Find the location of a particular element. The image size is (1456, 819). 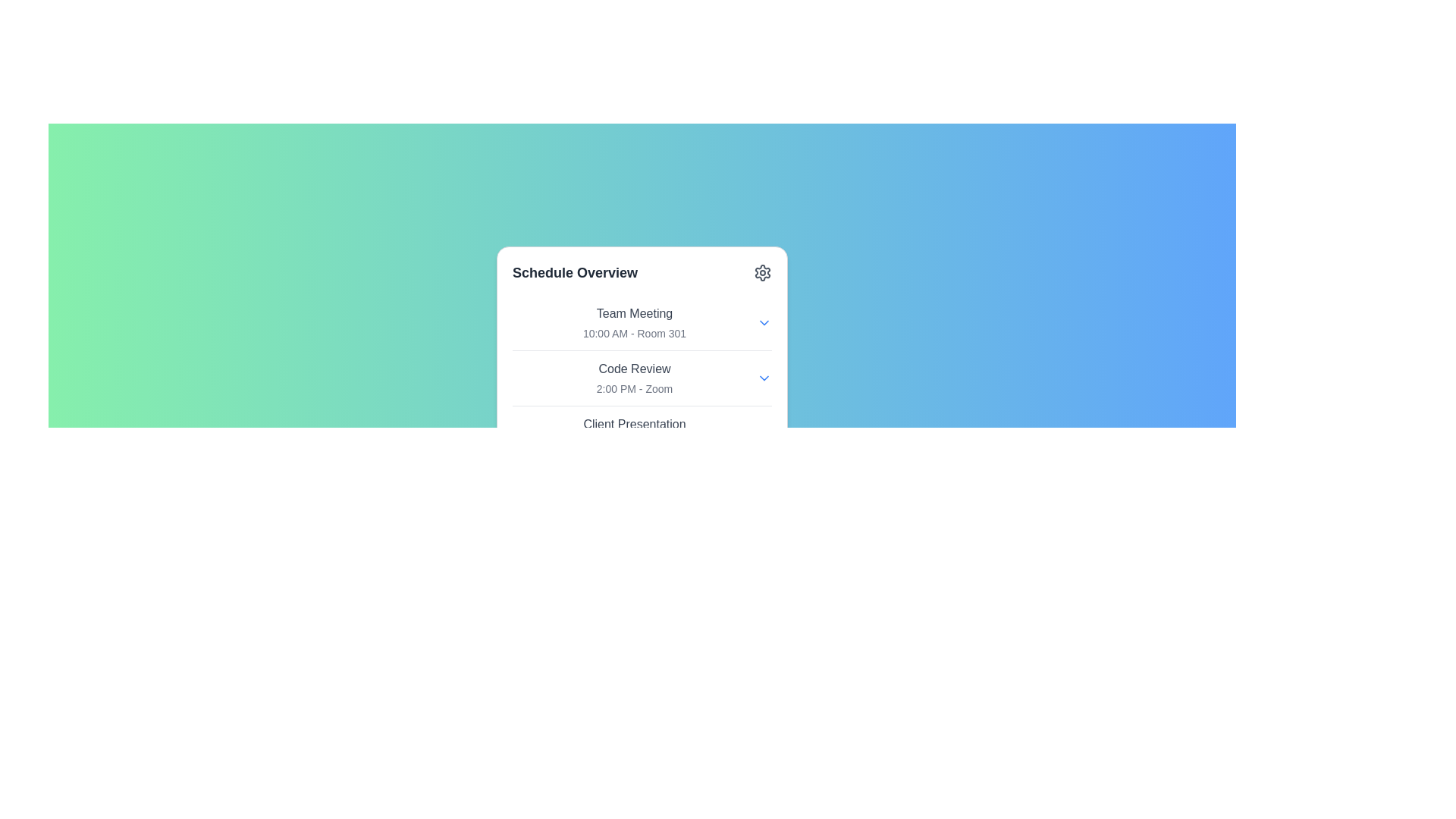

the third Text block displaying event details in the 'Schedule Overview' section, located below the 'Code Review' and 'Team Meeting' entries is located at coordinates (642, 432).